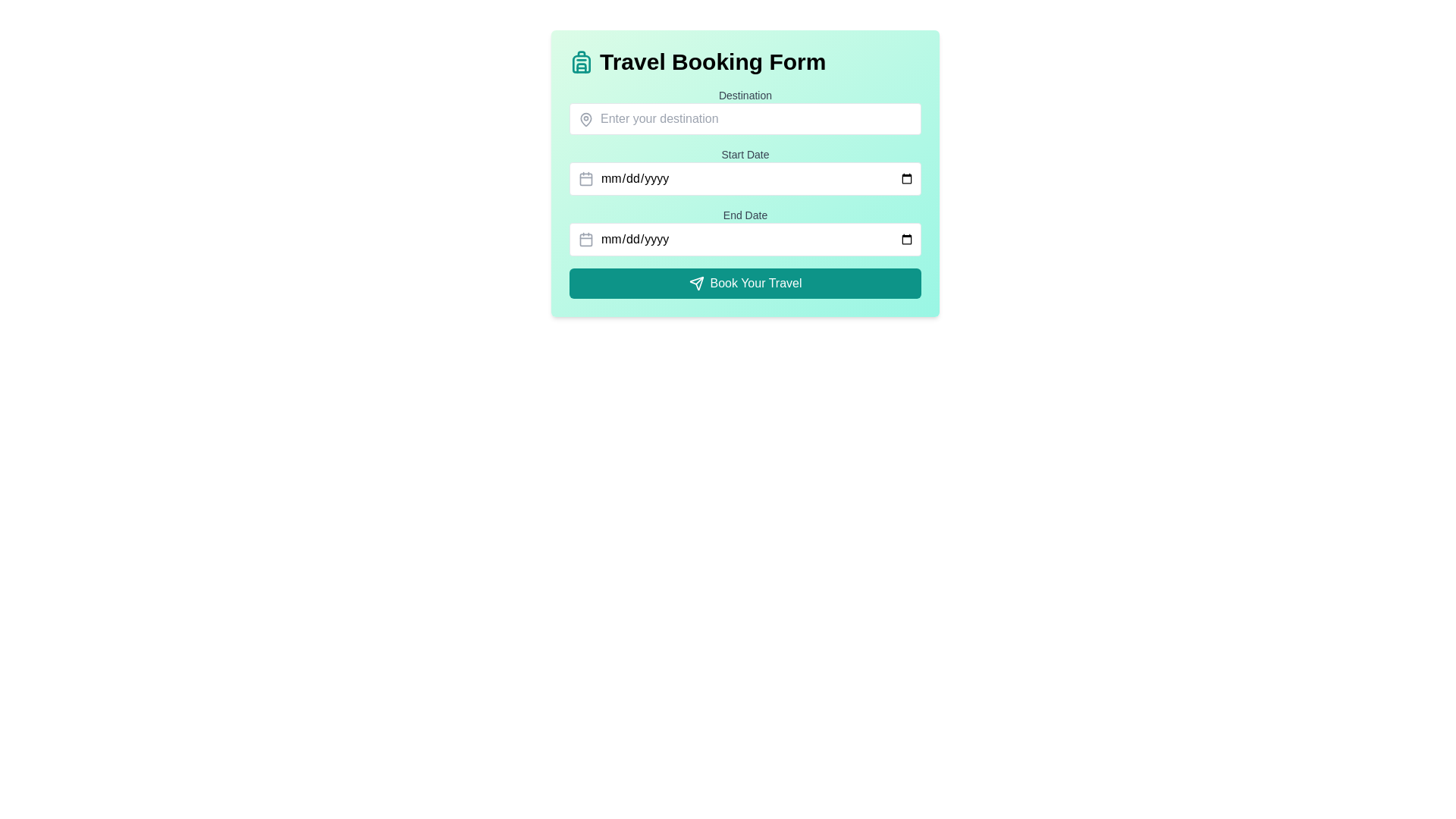 This screenshot has width=1456, height=819. Describe the element at coordinates (745, 231) in the screenshot. I see `the Date Input Field used for inputting the end date for the booking` at that location.